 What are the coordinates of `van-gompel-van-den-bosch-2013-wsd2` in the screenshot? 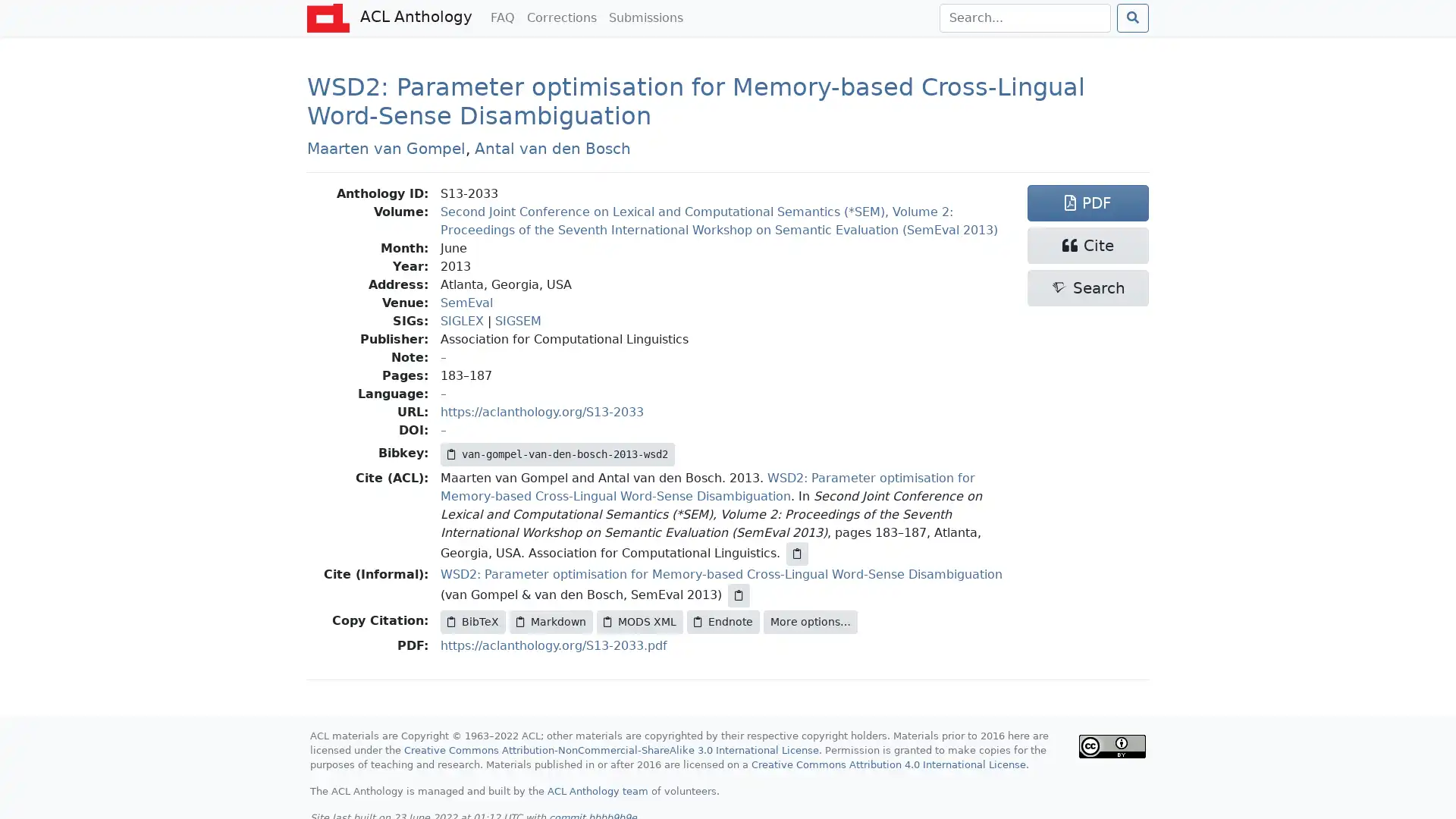 It's located at (557, 453).